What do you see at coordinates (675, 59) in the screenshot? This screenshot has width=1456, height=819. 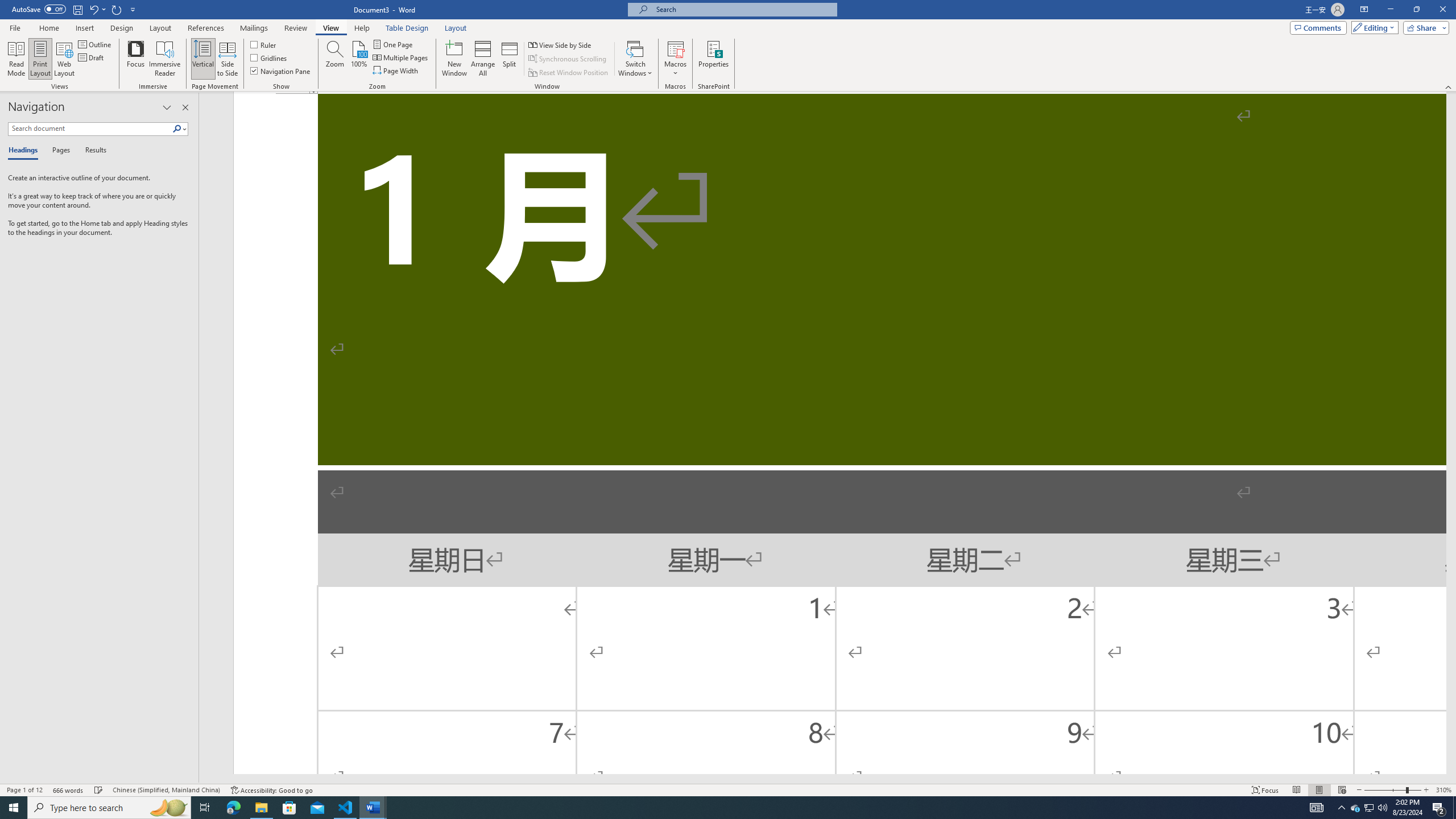 I see `'Macros'` at bounding box center [675, 59].